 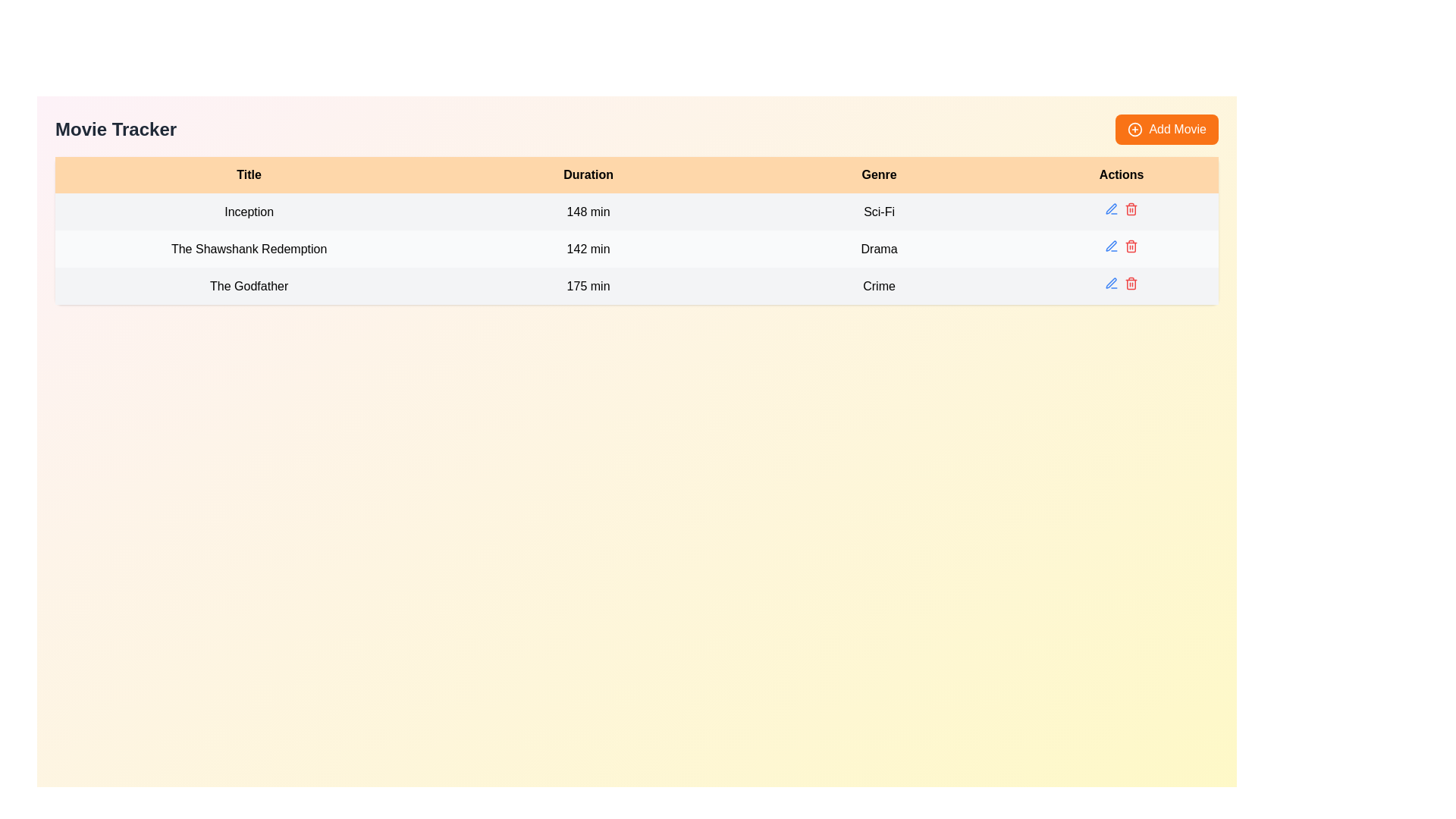 I want to click on the 'Movie Tracker' label at the top-left corner of the interface, which is displayed in a bold and large font with dark gray color against a light background, so click(x=115, y=128).